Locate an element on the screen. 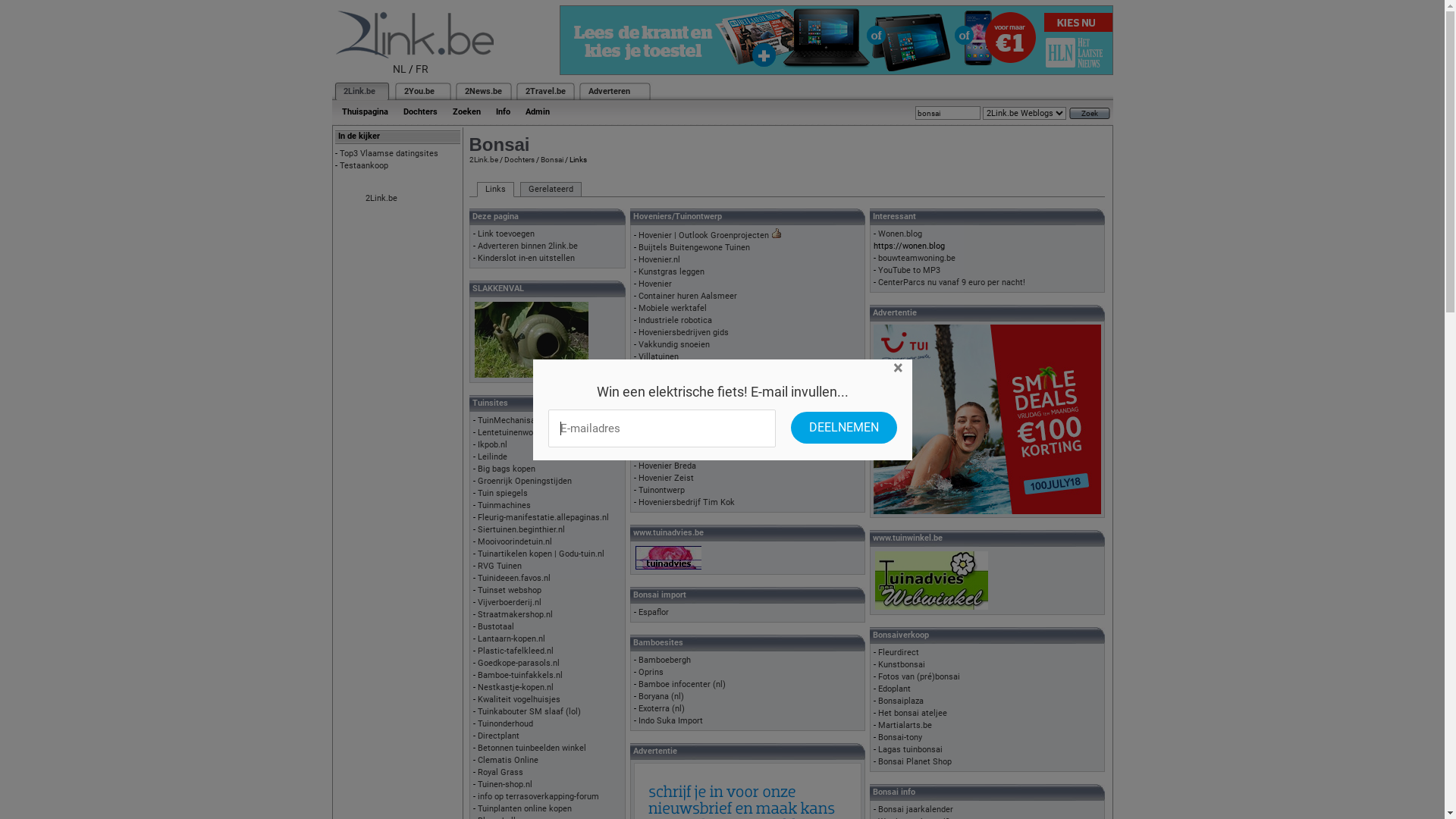 The image size is (1456, 819). 'Oprins' is located at coordinates (651, 671).